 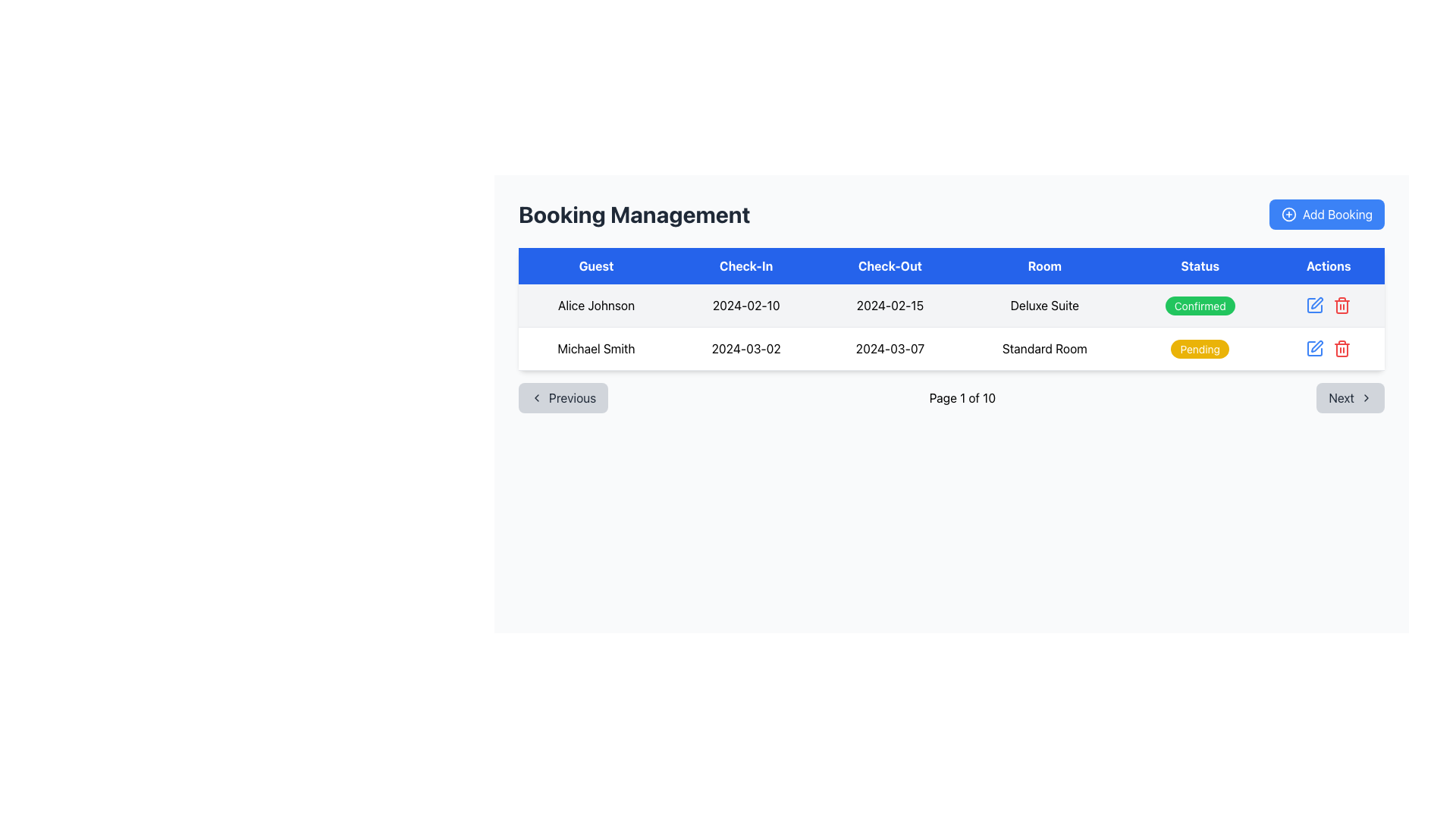 I want to click on the static text display showing 'Standard Room' for the booking associated with 'Michael Smith', located in the second row under the 'Room' column, so click(x=1043, y=348).